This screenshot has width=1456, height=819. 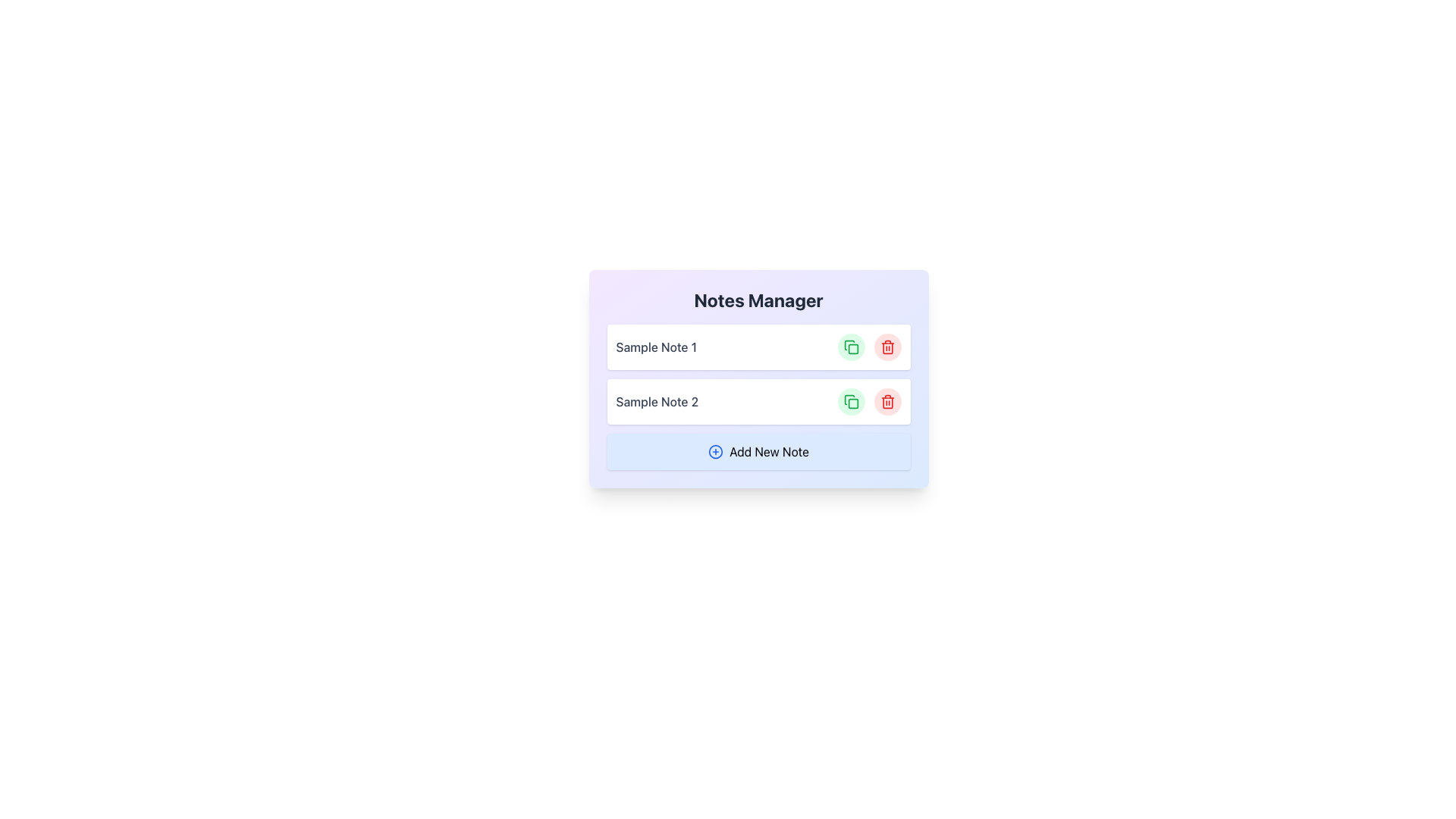 I want to click on the green curved line of the SVG icon that is part of the stacked document, positioned to the right of the text label 'Sample Note 2', so click(x=848, y=345).